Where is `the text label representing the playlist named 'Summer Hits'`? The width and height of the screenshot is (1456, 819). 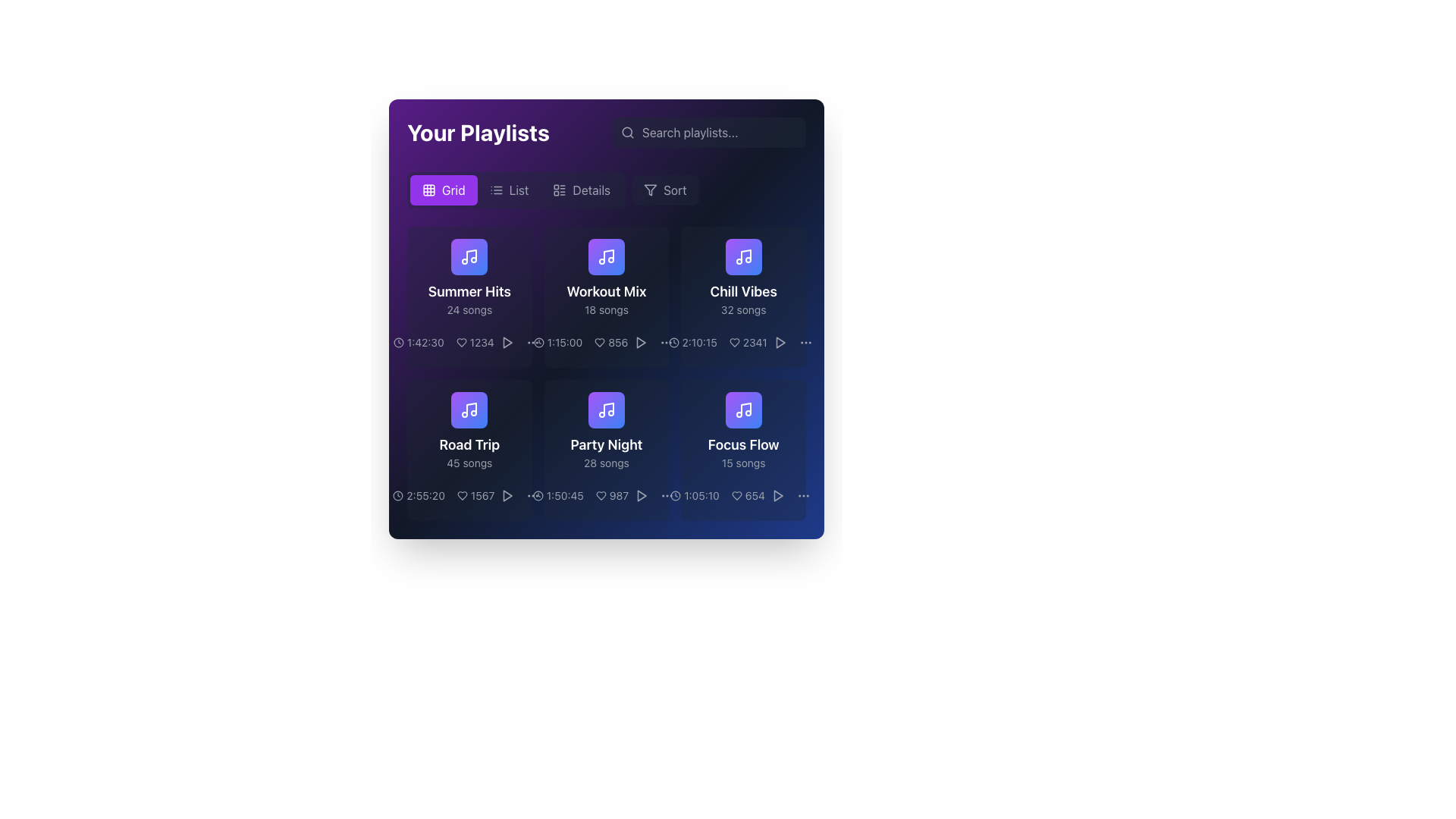 the text label representing the playlist named 'Summer Hits' is located at coordinates (469, 292).